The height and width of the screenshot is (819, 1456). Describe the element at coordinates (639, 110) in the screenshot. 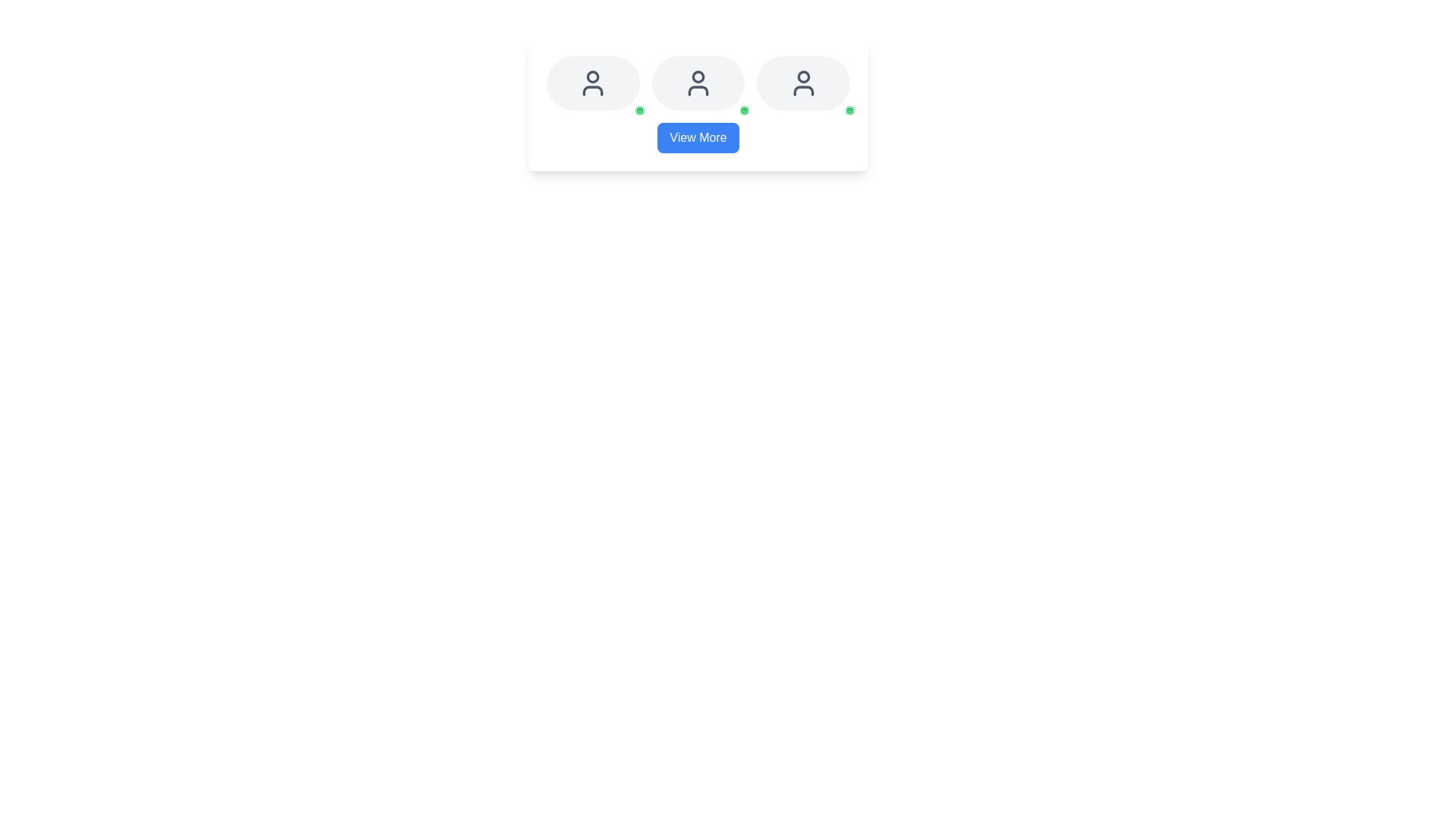

I see `circular SVG element that is part of a smiley face icon positioned above the 'View More' button` at that location.